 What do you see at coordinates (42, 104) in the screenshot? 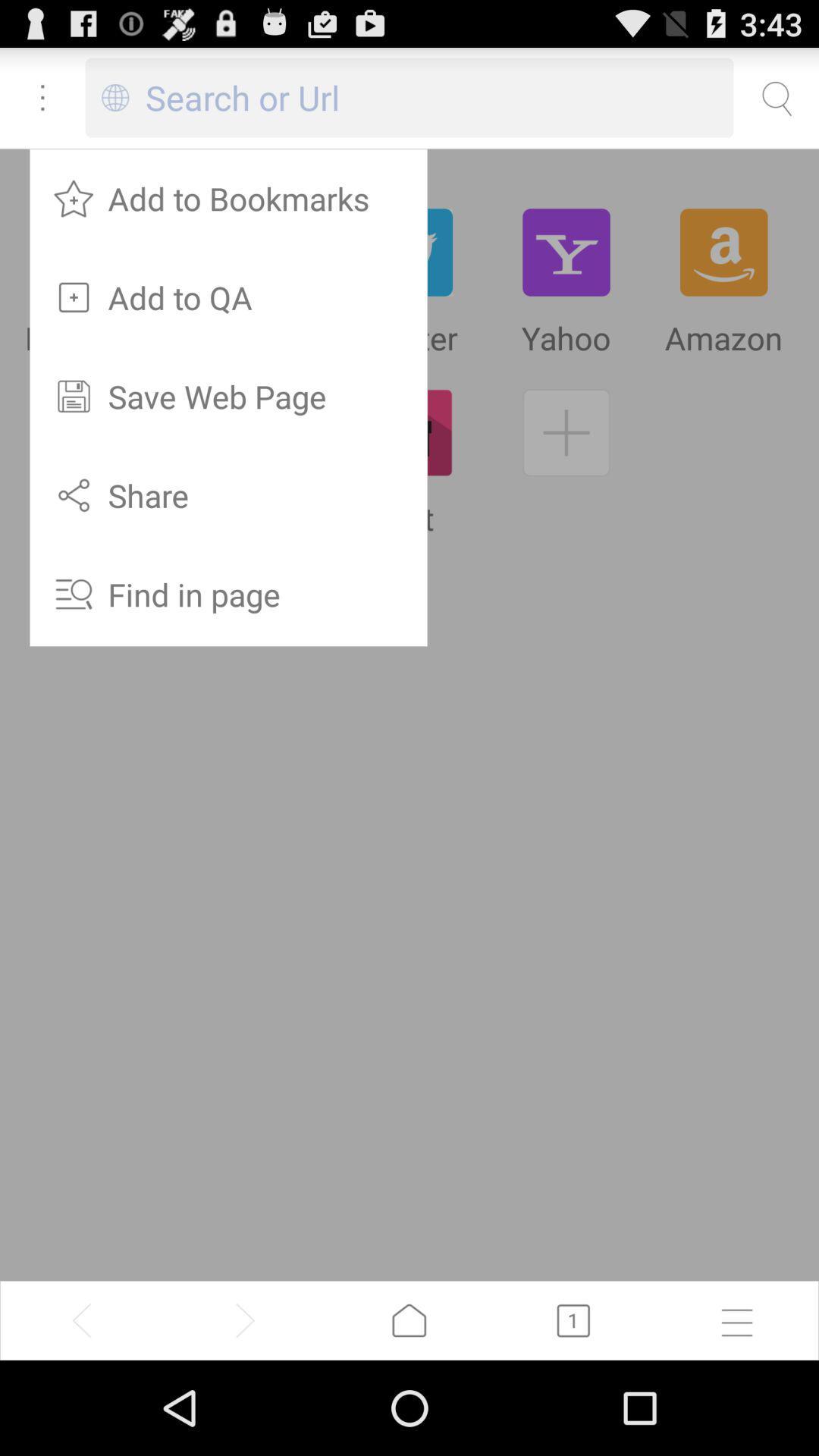
I see `the more icon` at bounding box center [42, 104].